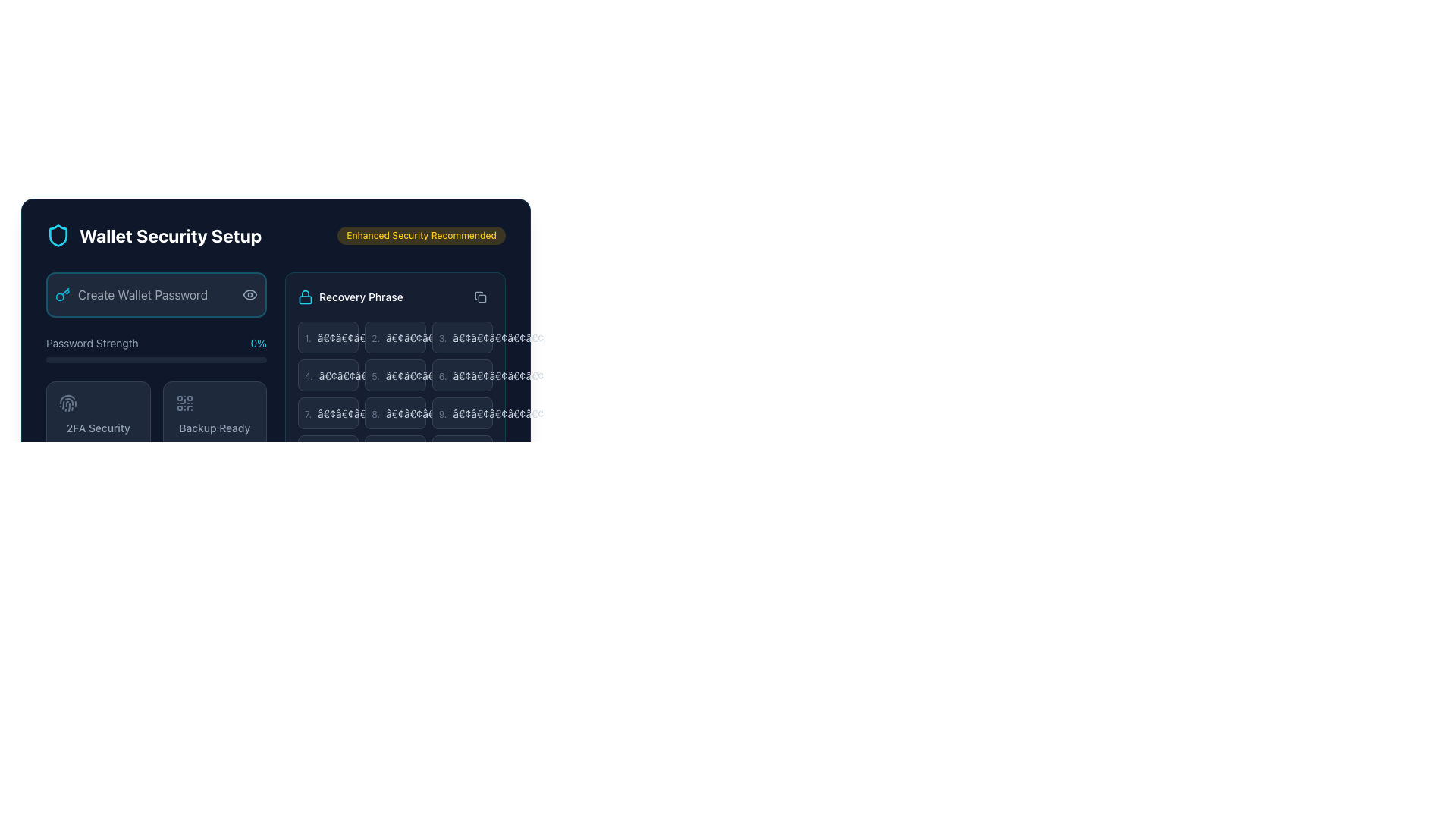  I want to click on the 11th button, so click(395, 450).